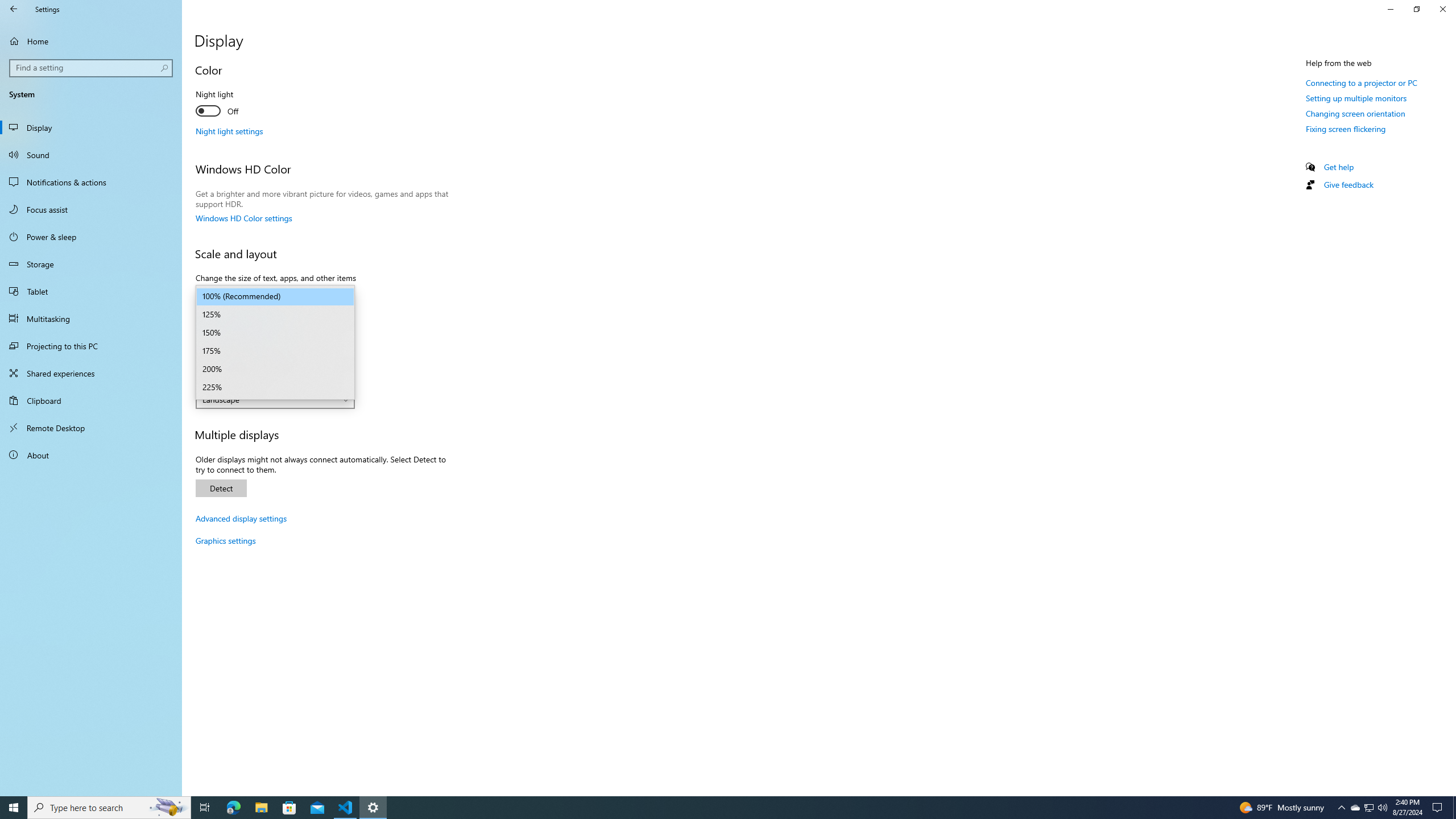 The image size is (1456, 819). I want to click on '100% (Recommended)', so click(274, 296).